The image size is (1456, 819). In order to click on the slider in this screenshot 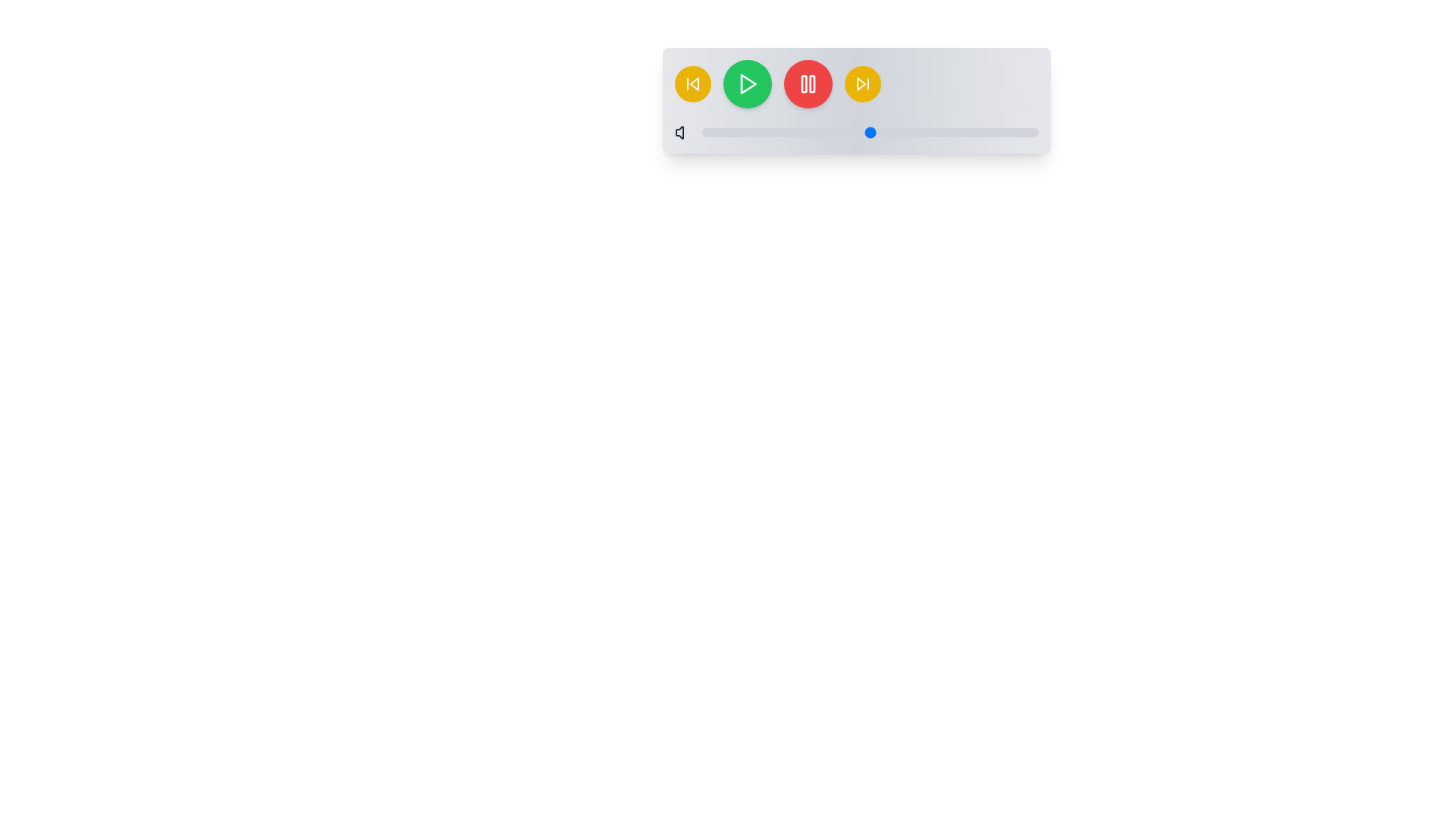, I will do `click(724, 131)`.